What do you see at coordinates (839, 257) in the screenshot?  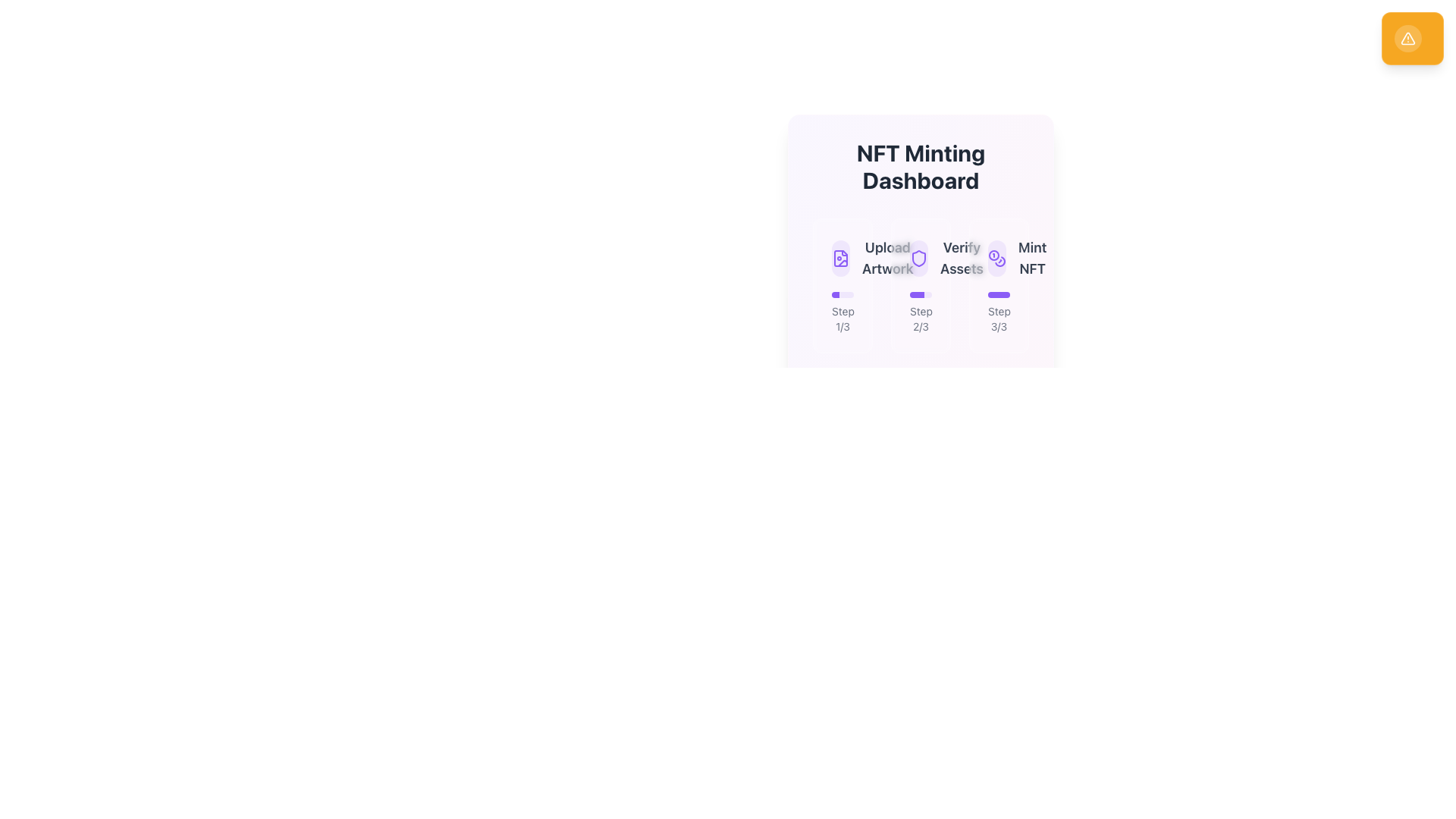 I see `the leftmost icon in the row beneath the 'Upload Artwork' label, which represents the action or status related to uploading artwork` at bounding box center [839, 257].